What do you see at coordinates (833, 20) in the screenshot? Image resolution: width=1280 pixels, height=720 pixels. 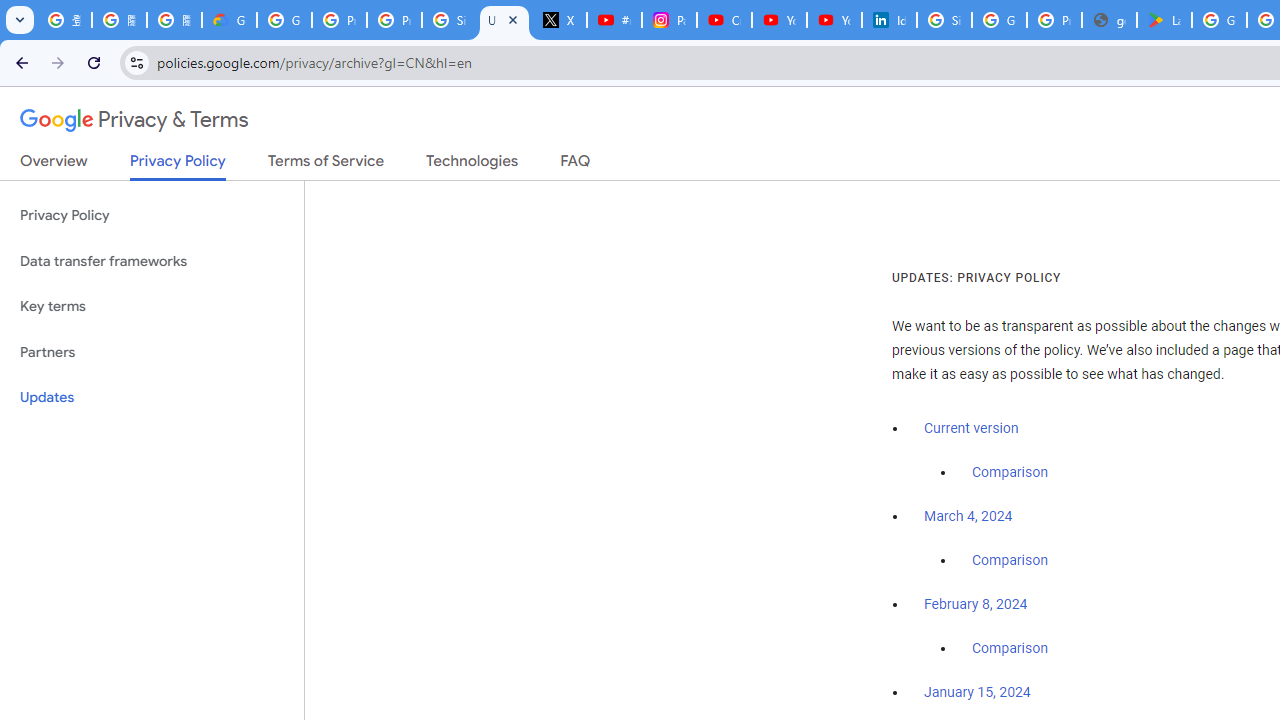 I see `'YouTube Culture & Trends - YouTube Top 10, 2021'` at bounding box center [833, 20].